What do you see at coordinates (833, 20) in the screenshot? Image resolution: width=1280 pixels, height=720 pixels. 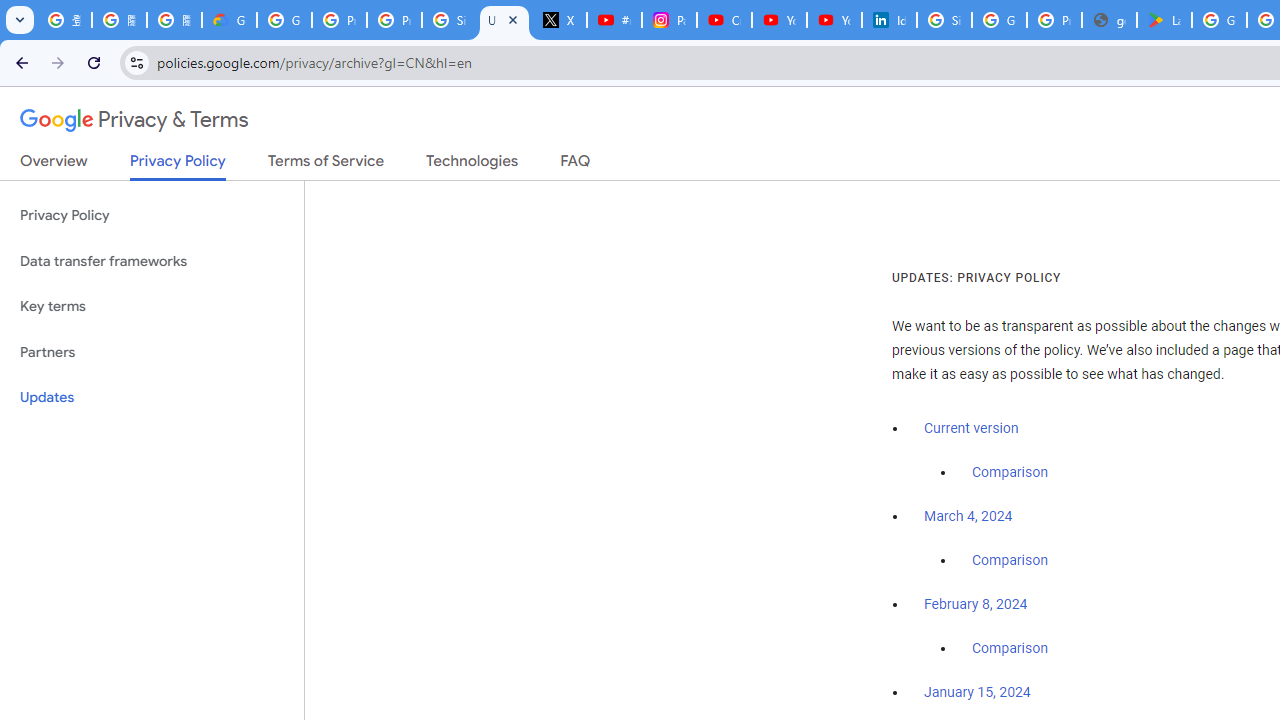 I see `'YouTube Culture & Trends - YouTube Top 10, 2021'` at bounding box center [833, 20].